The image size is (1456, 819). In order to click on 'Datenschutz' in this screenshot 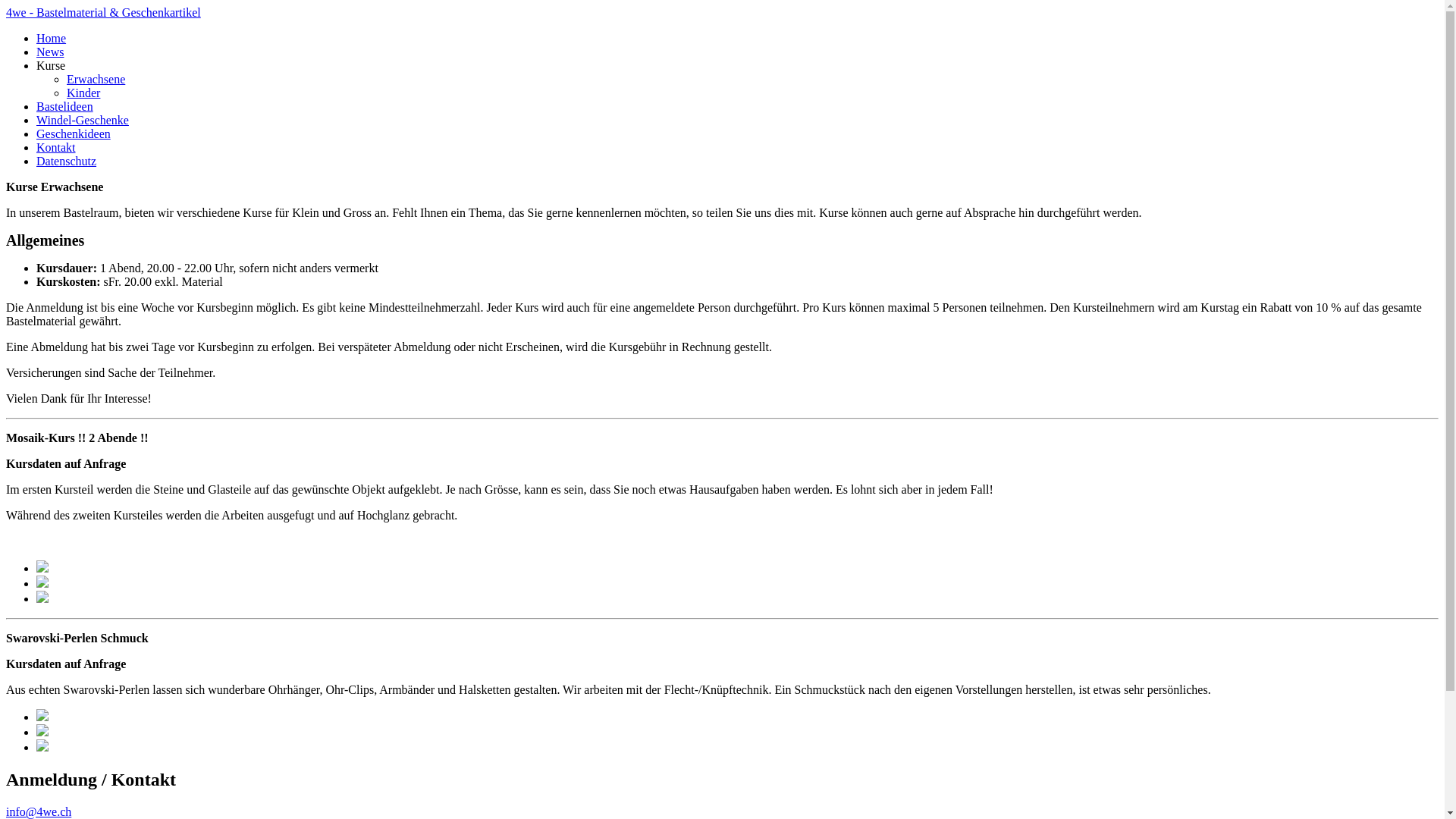, I will do `click(65, 161)`.